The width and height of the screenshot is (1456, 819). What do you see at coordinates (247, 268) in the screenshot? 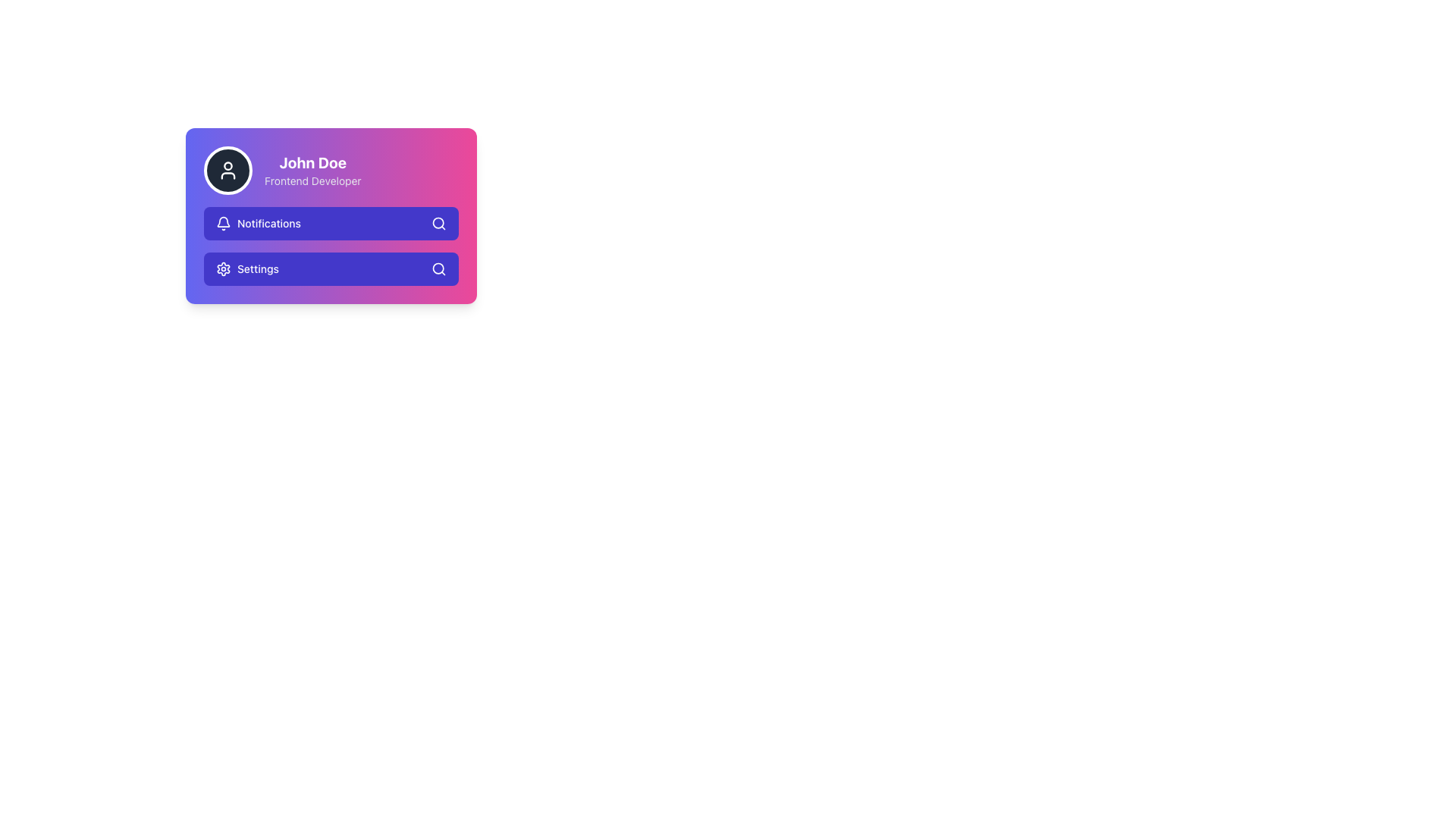
I see `the Settings button located beneath the Notifications element in the vertical list to trigger any tooltip interaction` at bounding box center [247, 268].